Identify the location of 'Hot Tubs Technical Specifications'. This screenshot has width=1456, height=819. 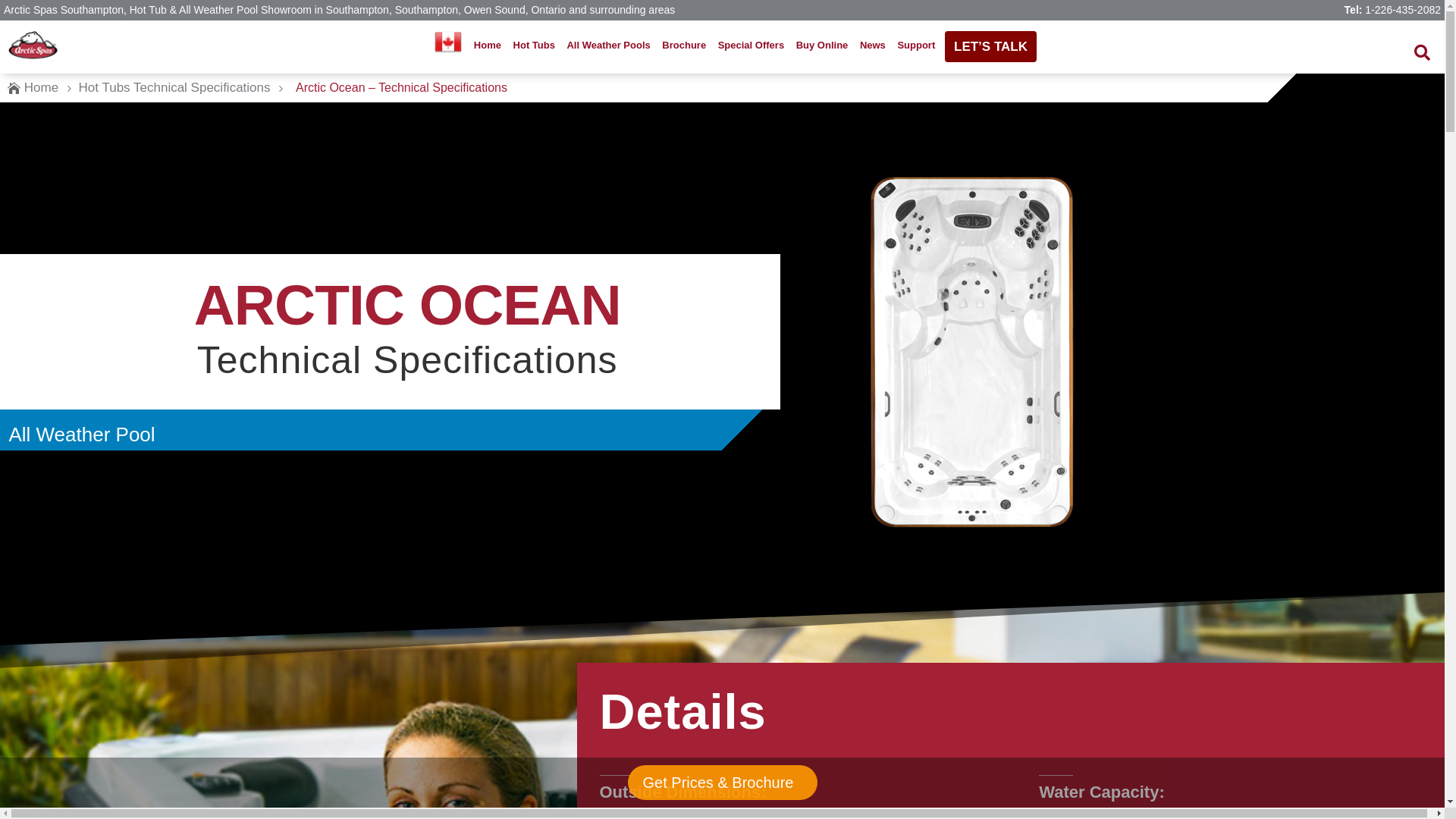
(174, 87).